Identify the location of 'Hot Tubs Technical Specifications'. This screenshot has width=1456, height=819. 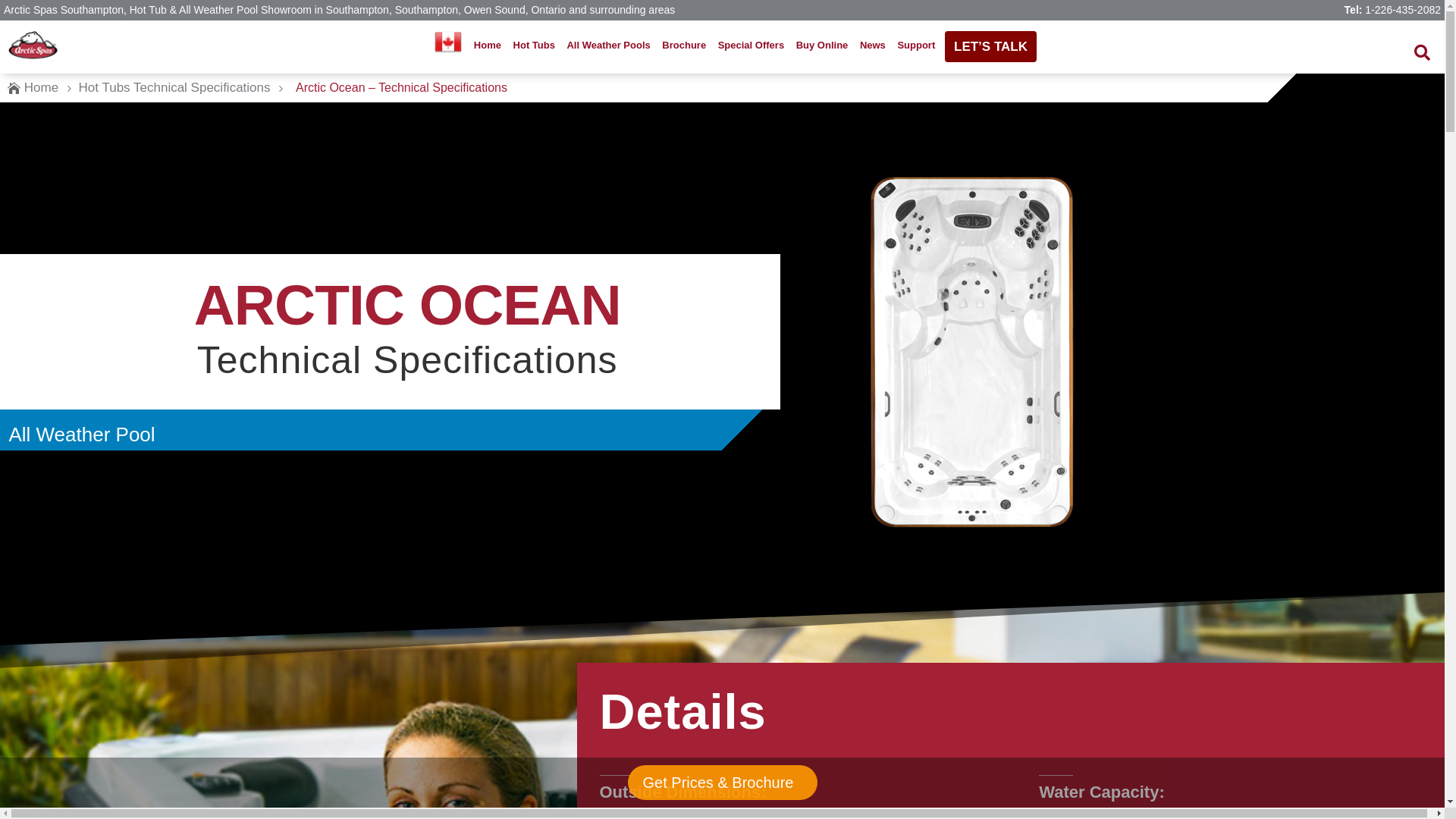
(174, 87).